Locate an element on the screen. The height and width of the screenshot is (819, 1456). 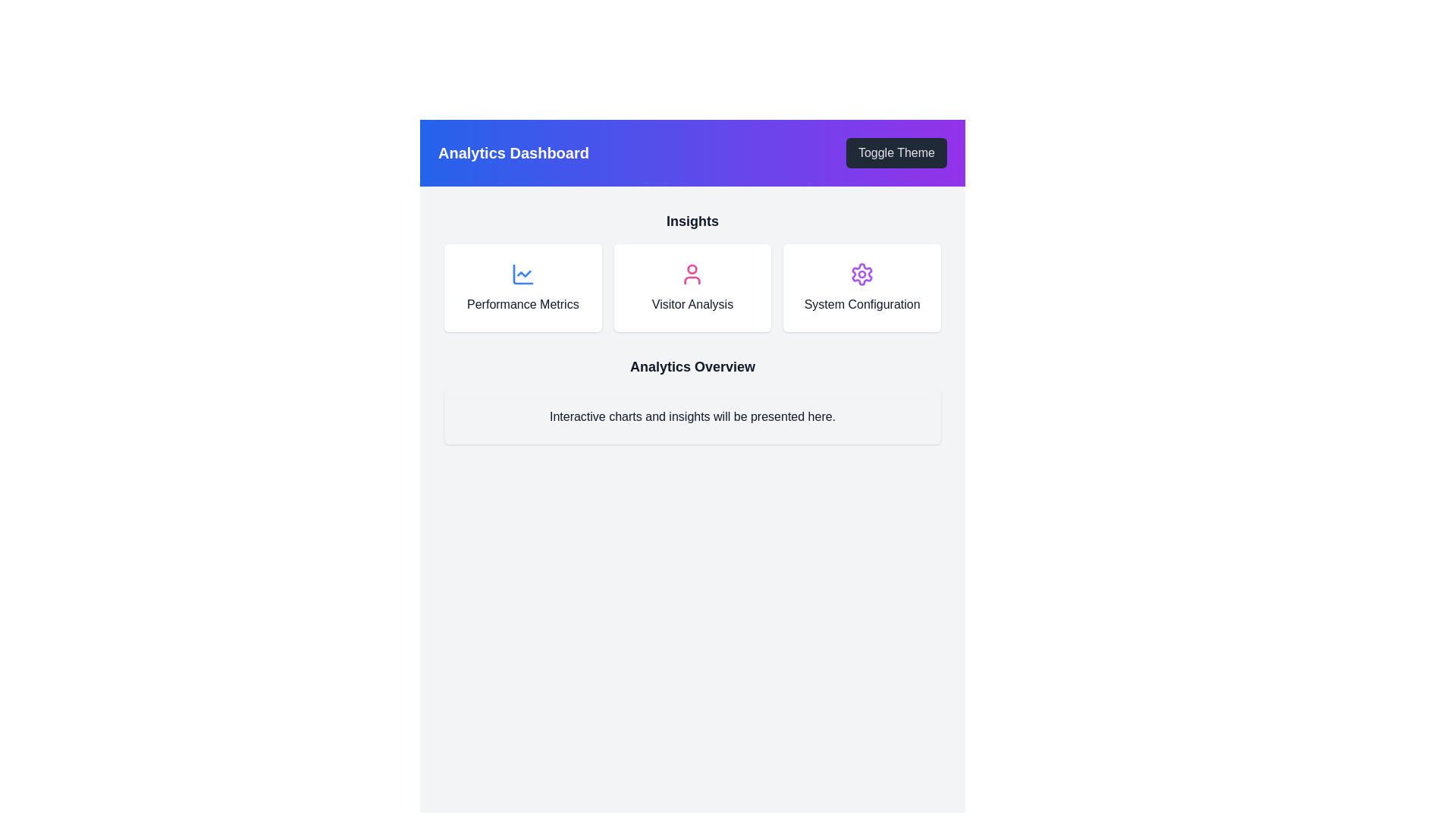
the 'Performance Metrics' graphical feature within the SVG icon located in the Insights section to navigate or activate its functionality is located at coordinates (524, 274).